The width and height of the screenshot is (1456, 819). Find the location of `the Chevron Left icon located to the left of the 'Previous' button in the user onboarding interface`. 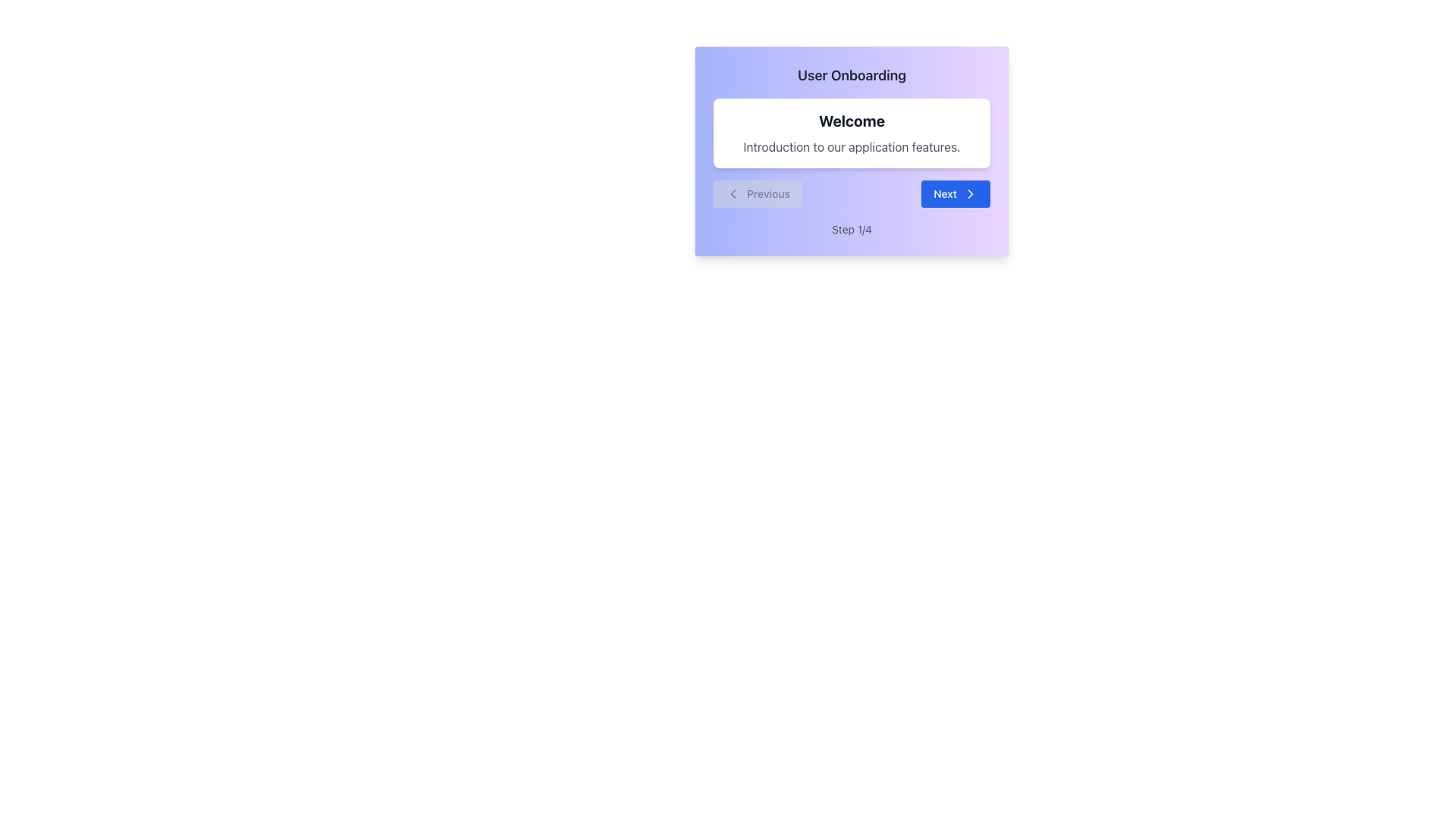

the Chevron Left icon located to the left of the 'Previous' button in the user onboarding interface is located at coordinates (733, 193).